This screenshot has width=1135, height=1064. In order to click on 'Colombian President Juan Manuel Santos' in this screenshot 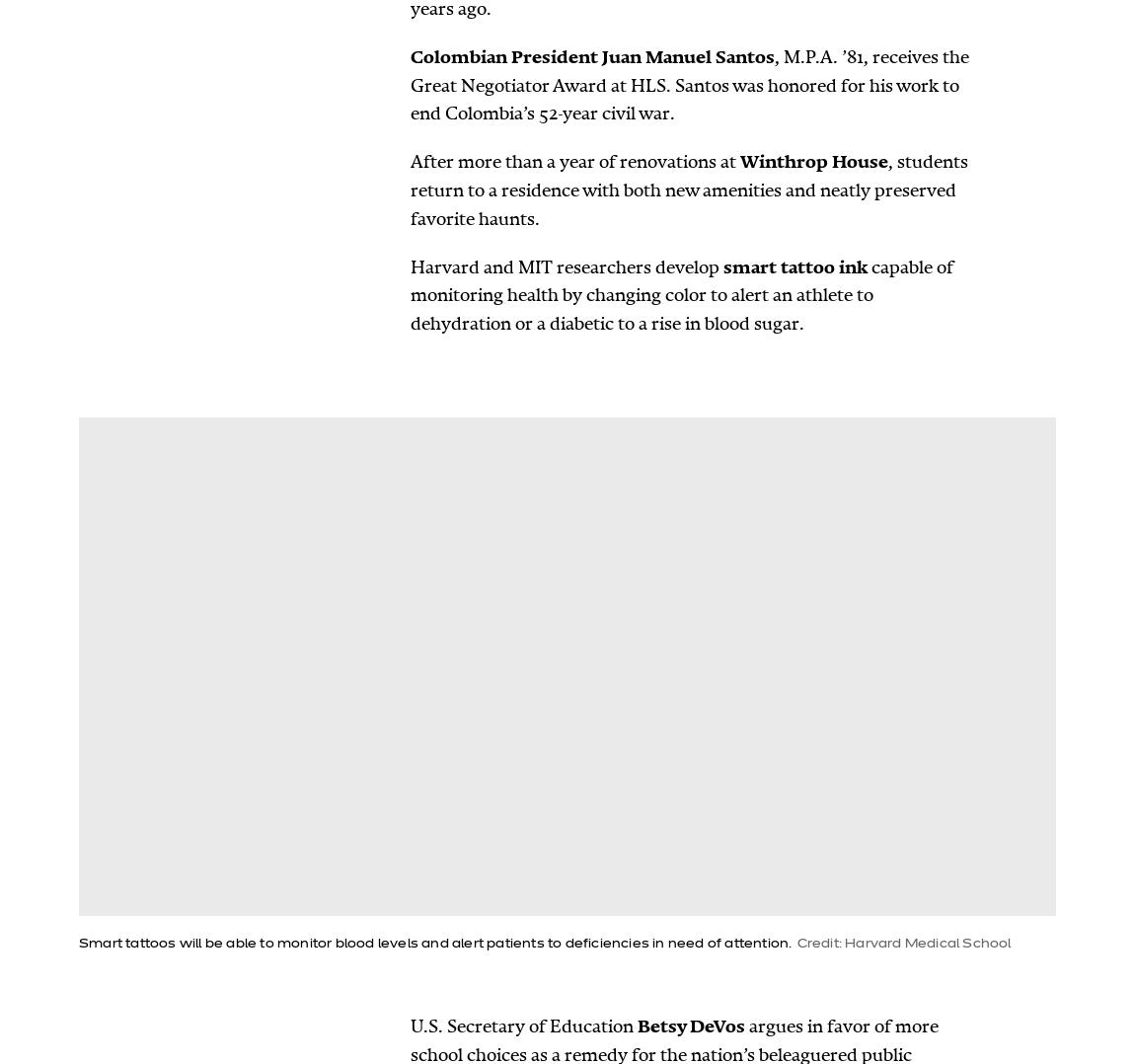, I will do `click(591, 56)`.